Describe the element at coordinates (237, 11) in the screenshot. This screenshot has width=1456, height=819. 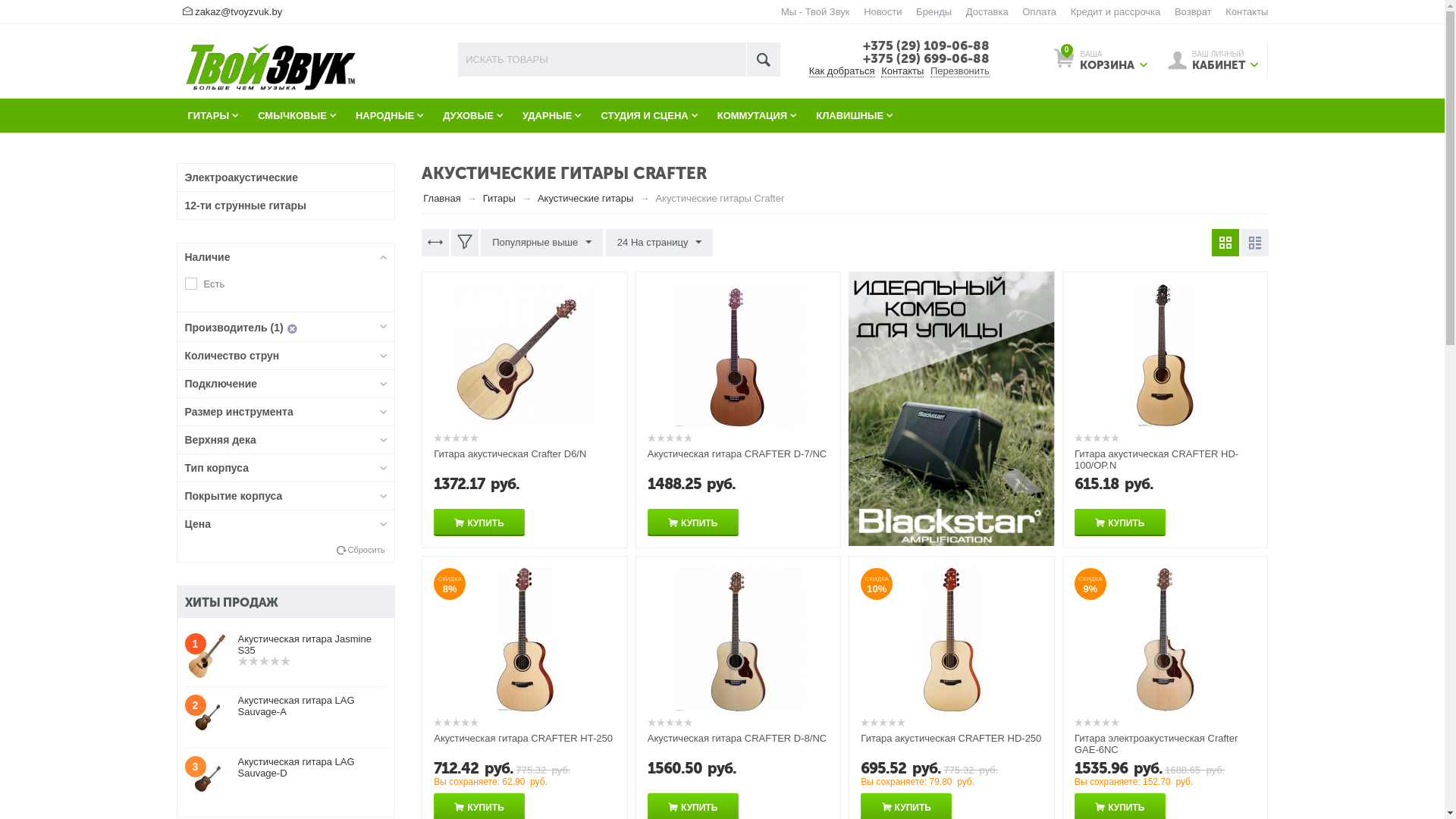
I see `'zakaz@tvoyzvuk.by'` at that location.